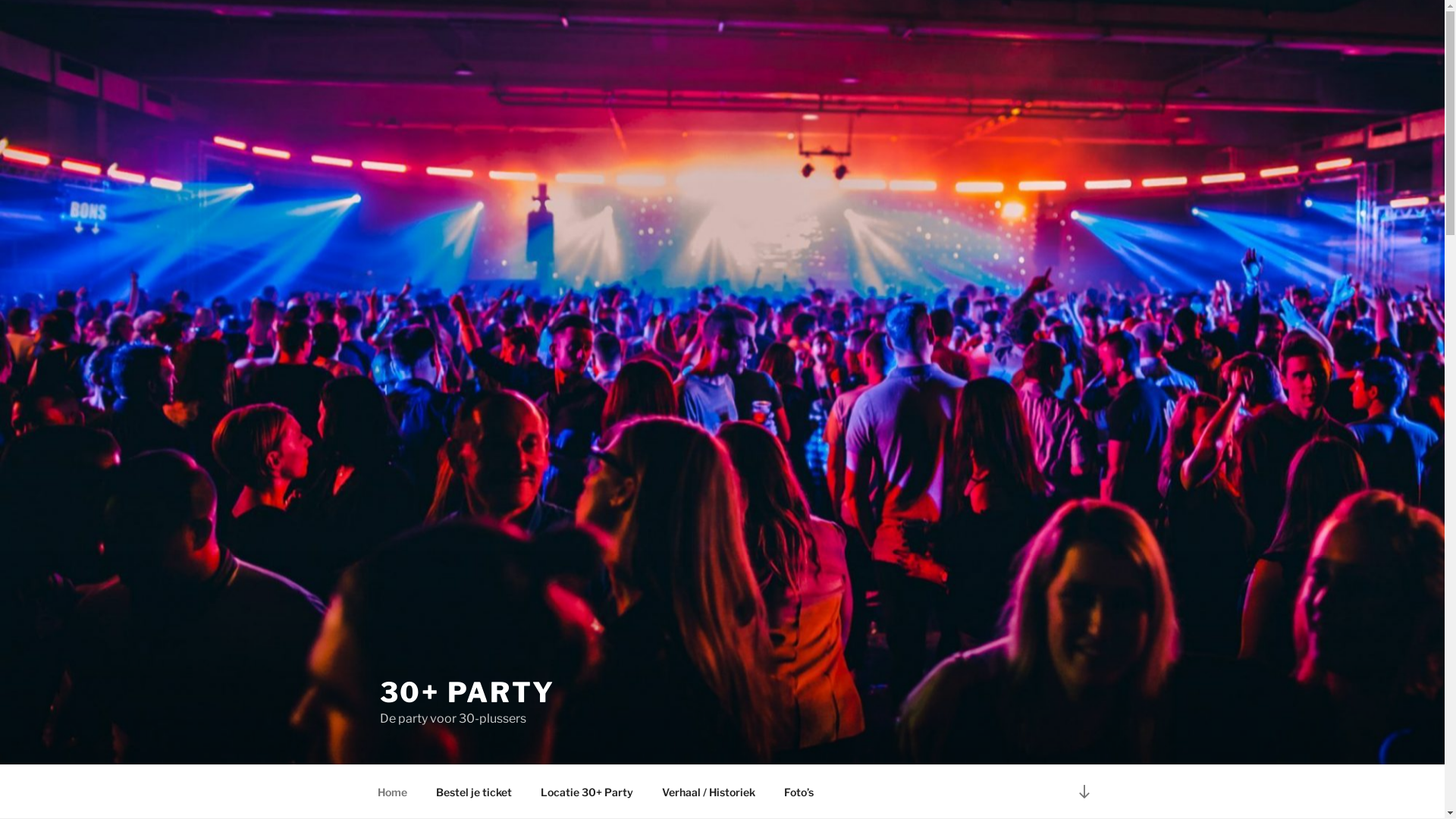 Image resolution: width=1456 pixels, height=819 pixels. What do you see at coordinates (708, 791) in the screenshot?
I see `'Verhaal / Historiek'` at bounding box center [708, 791].